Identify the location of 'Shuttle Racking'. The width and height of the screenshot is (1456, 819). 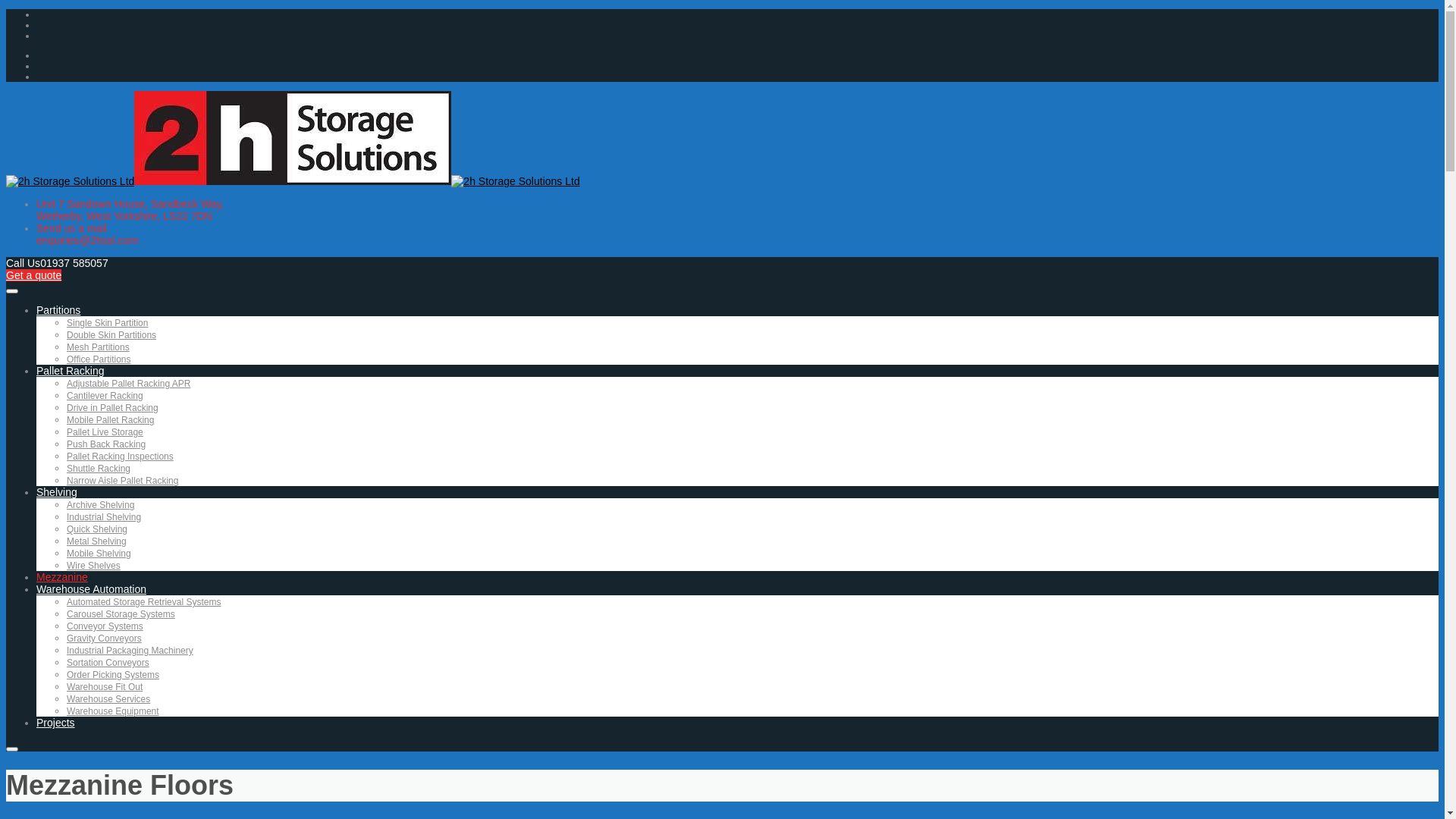
(97, 467).